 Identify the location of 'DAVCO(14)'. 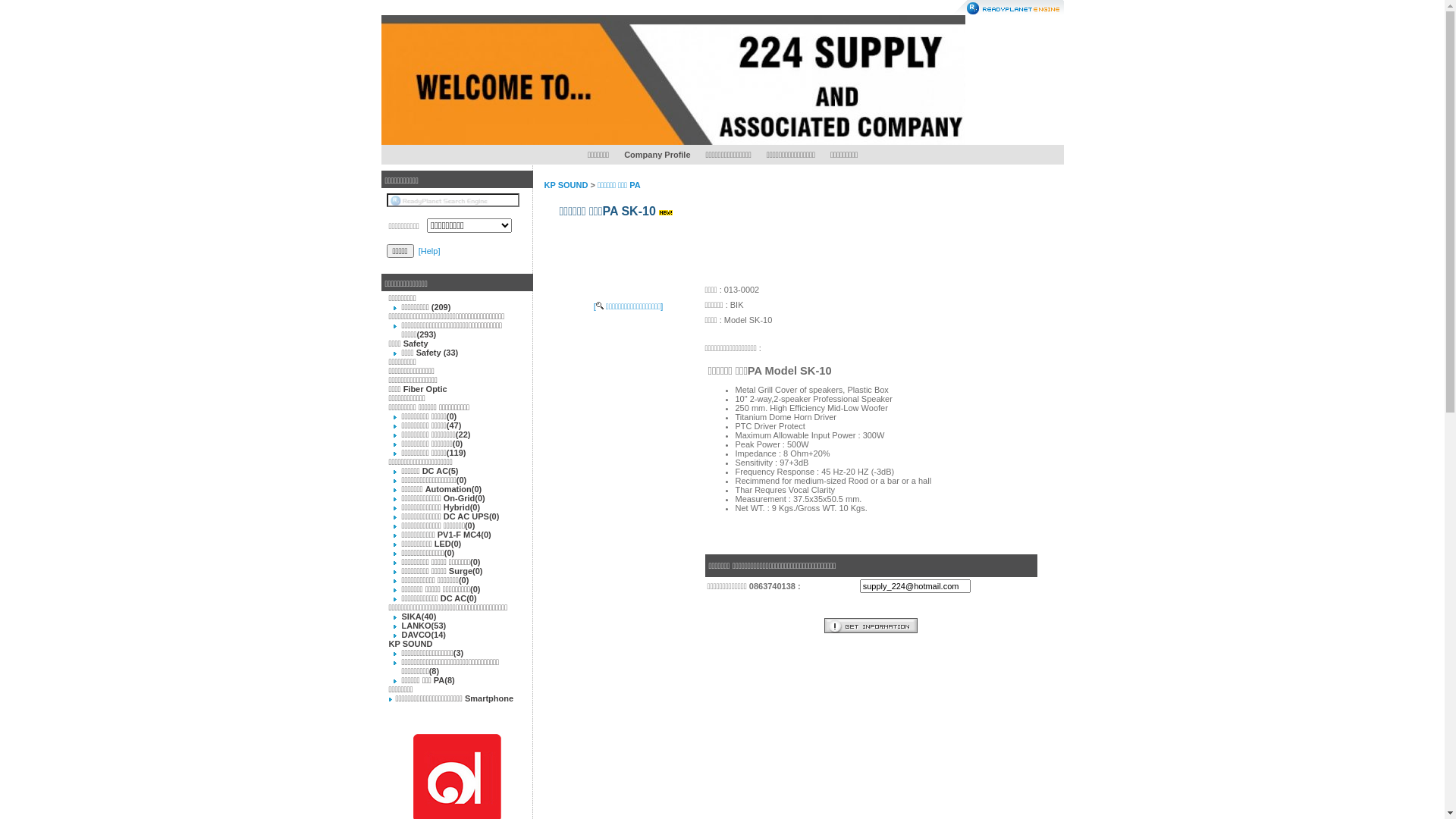
(423, 635).